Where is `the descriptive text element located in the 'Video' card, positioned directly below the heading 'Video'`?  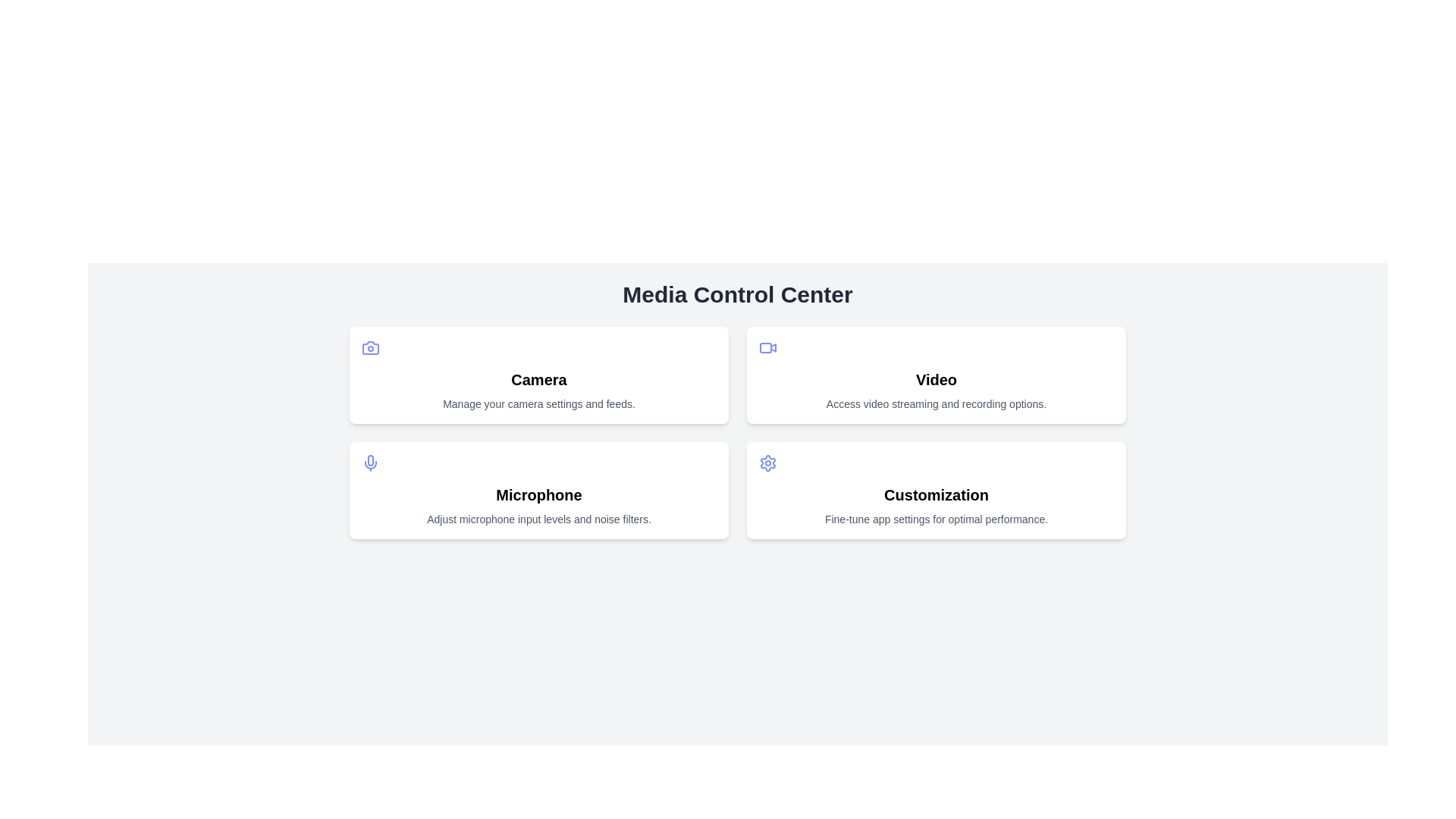
the descriptive text element located in the 'Video' card, positioned directly below the heading 'Video' is located at coordinates (935, 403).